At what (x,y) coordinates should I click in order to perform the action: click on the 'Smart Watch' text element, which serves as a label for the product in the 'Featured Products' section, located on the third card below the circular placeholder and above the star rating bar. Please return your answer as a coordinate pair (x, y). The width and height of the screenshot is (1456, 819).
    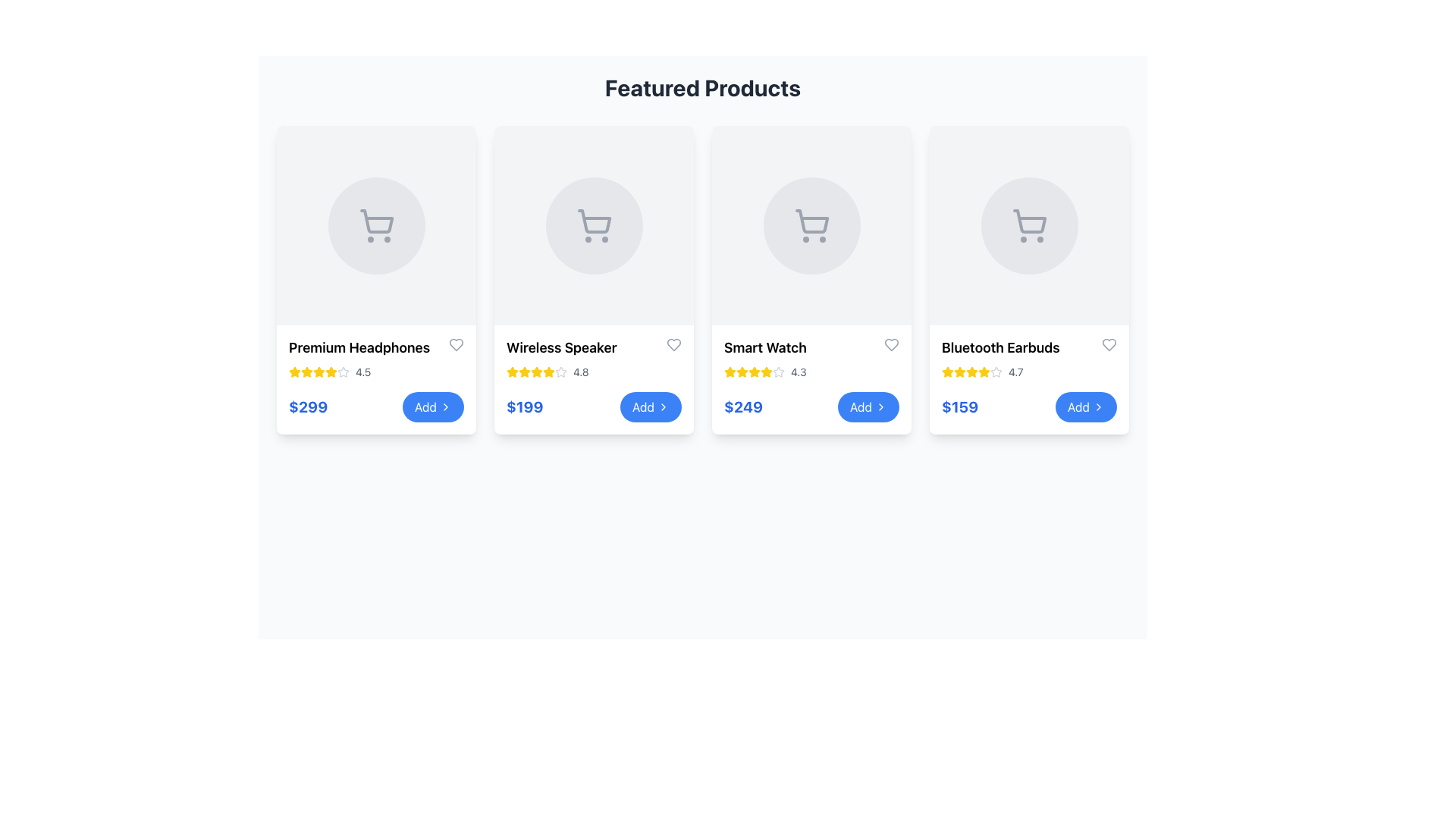
    Looking at the image, I should click on (765, 348).